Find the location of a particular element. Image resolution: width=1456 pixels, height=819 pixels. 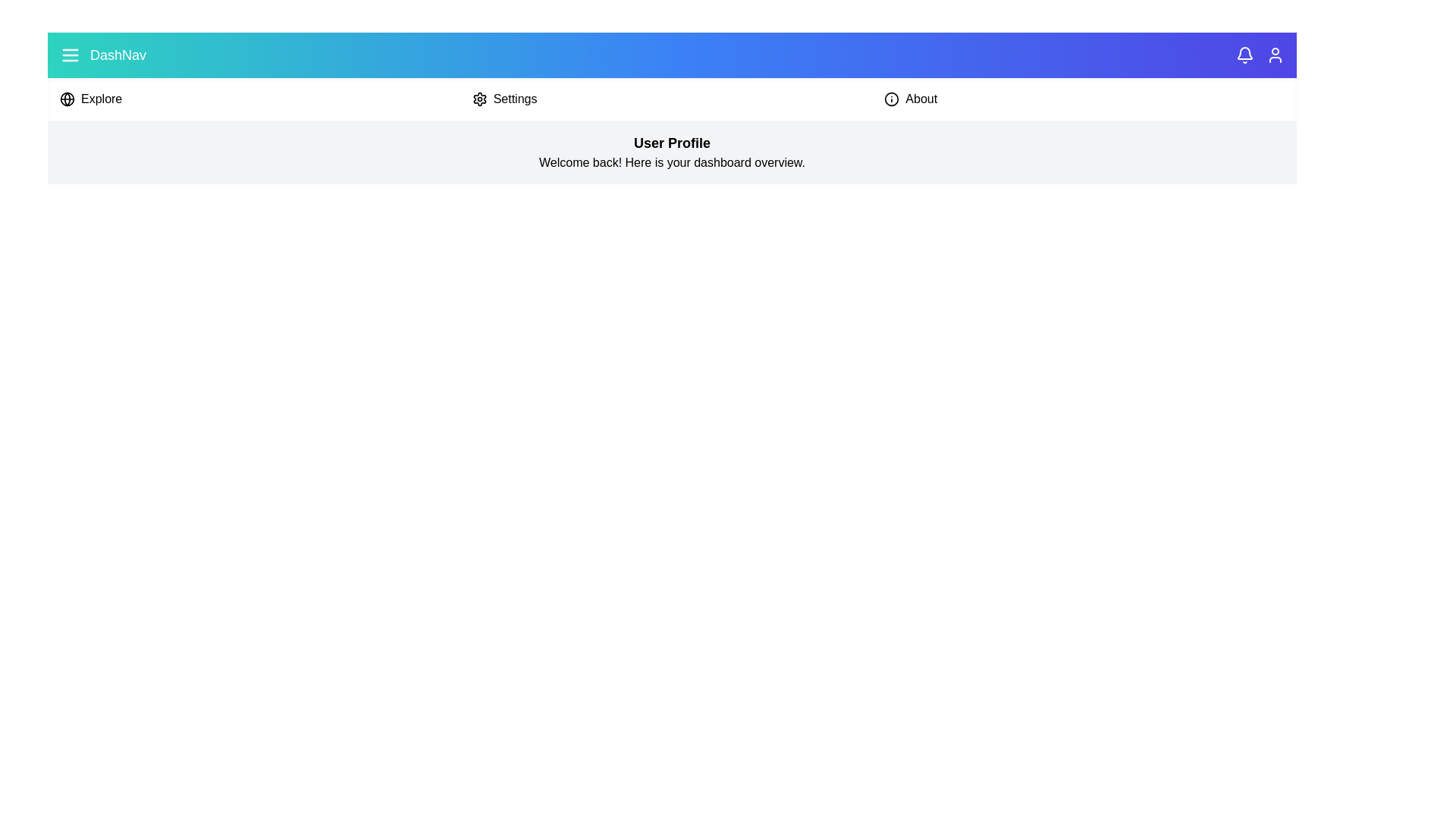

the user_icon to see its interactive state is located at coordinates (1274, 55).